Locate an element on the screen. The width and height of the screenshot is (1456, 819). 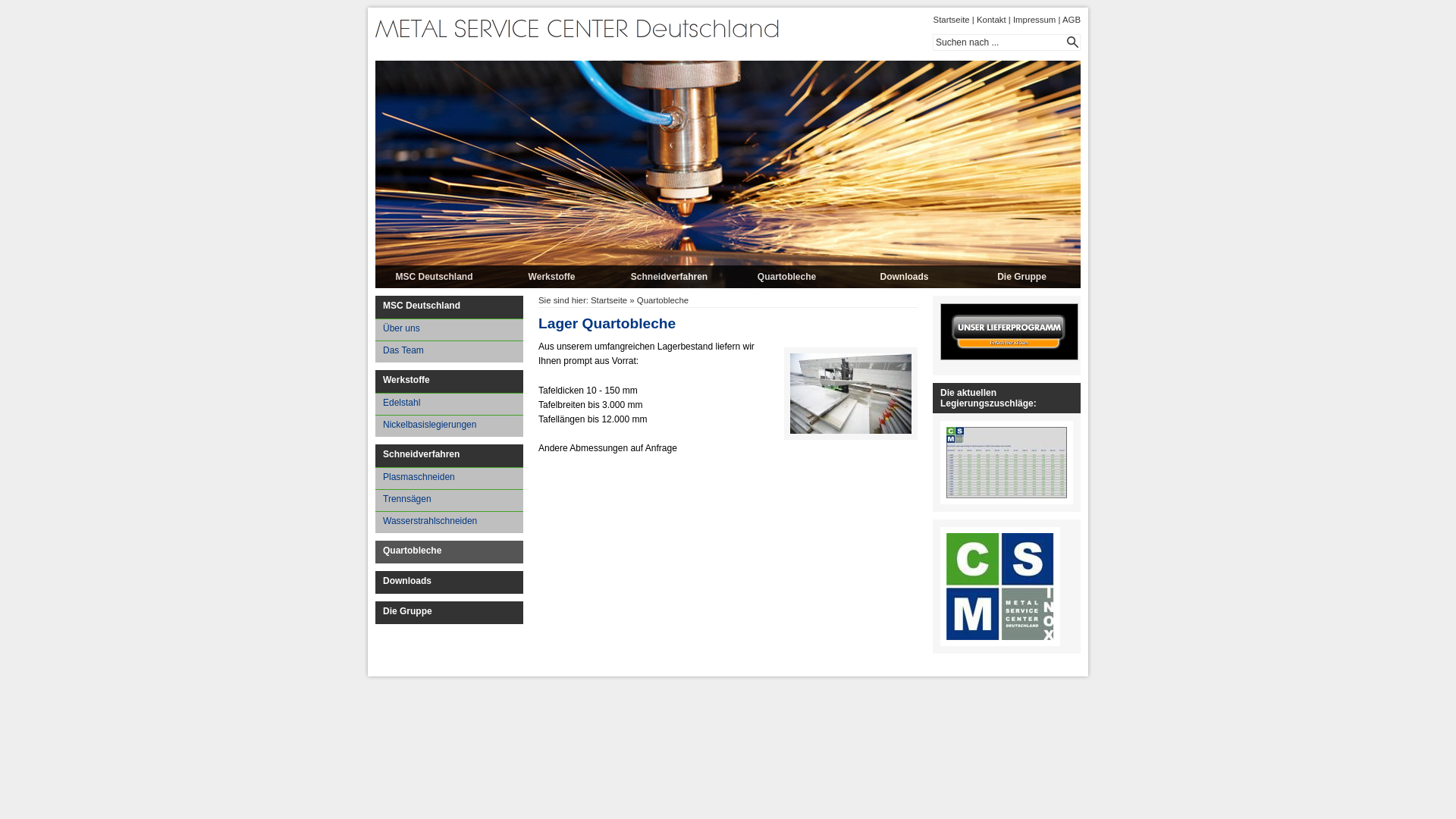
'Edelstahl' is located at coordinates (448, 403).